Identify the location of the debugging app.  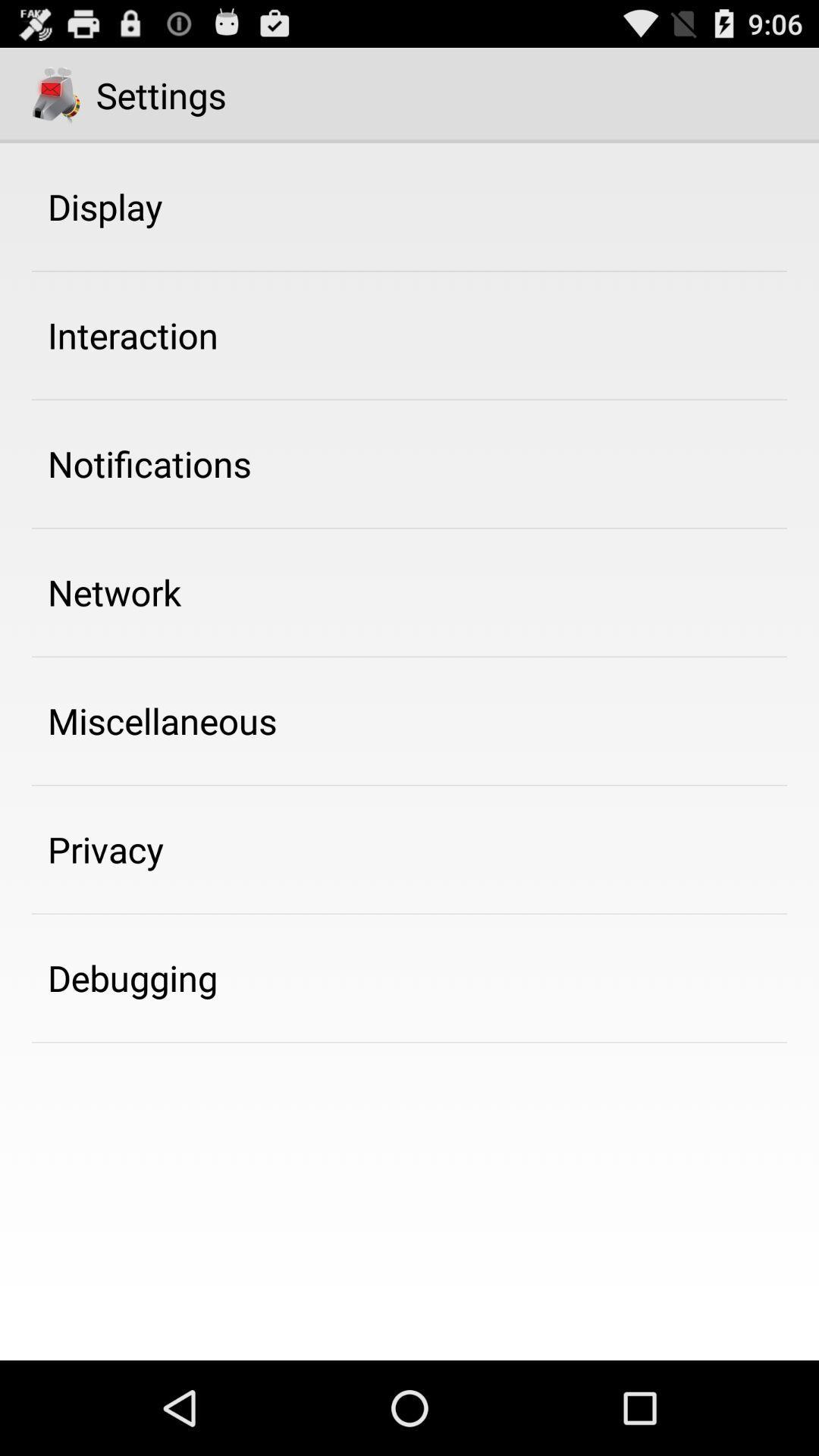
(132, 977).